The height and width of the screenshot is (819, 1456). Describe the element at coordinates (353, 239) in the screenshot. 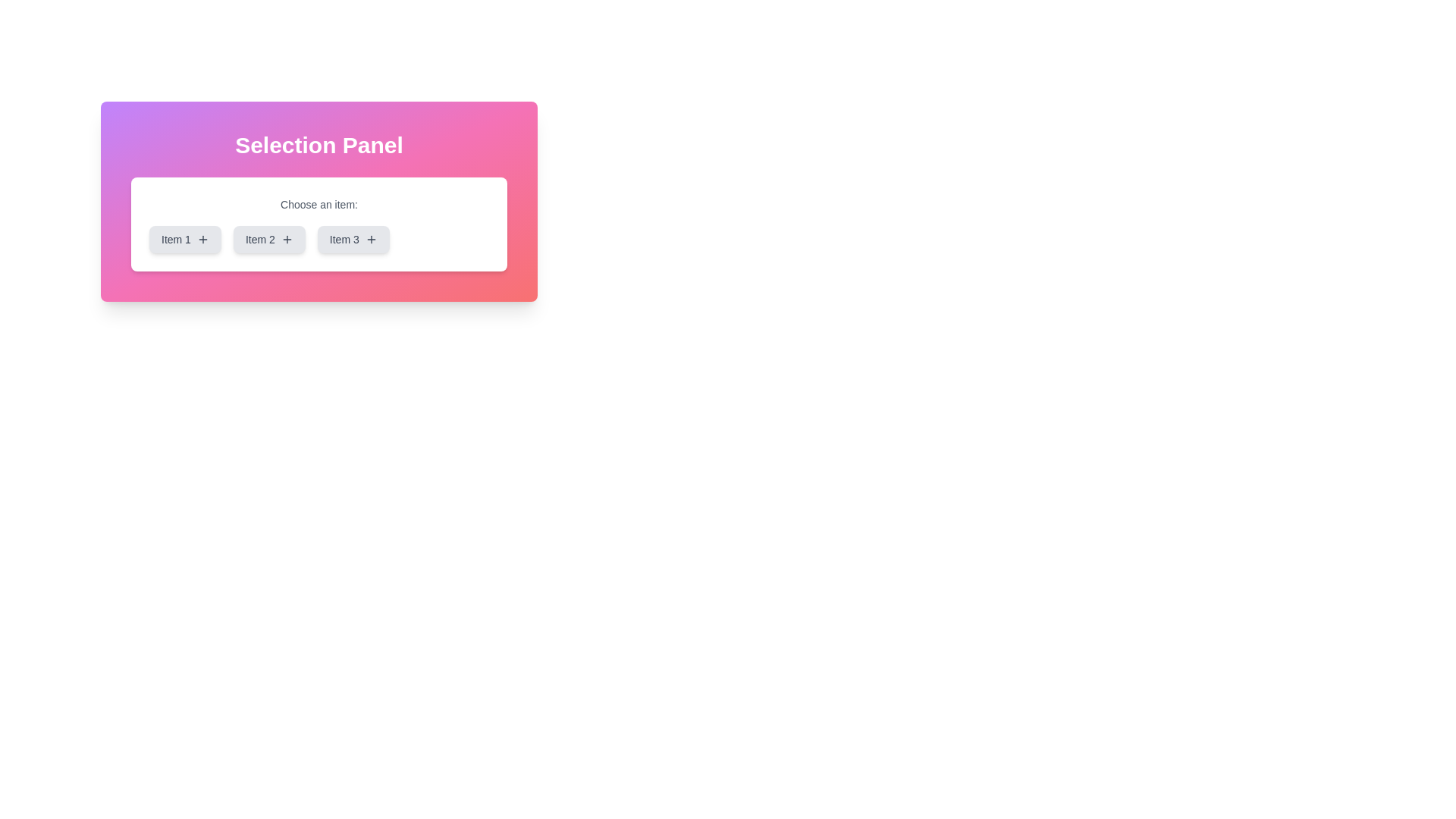

I see `the 'Item 3' button with a plus icon` at that location.